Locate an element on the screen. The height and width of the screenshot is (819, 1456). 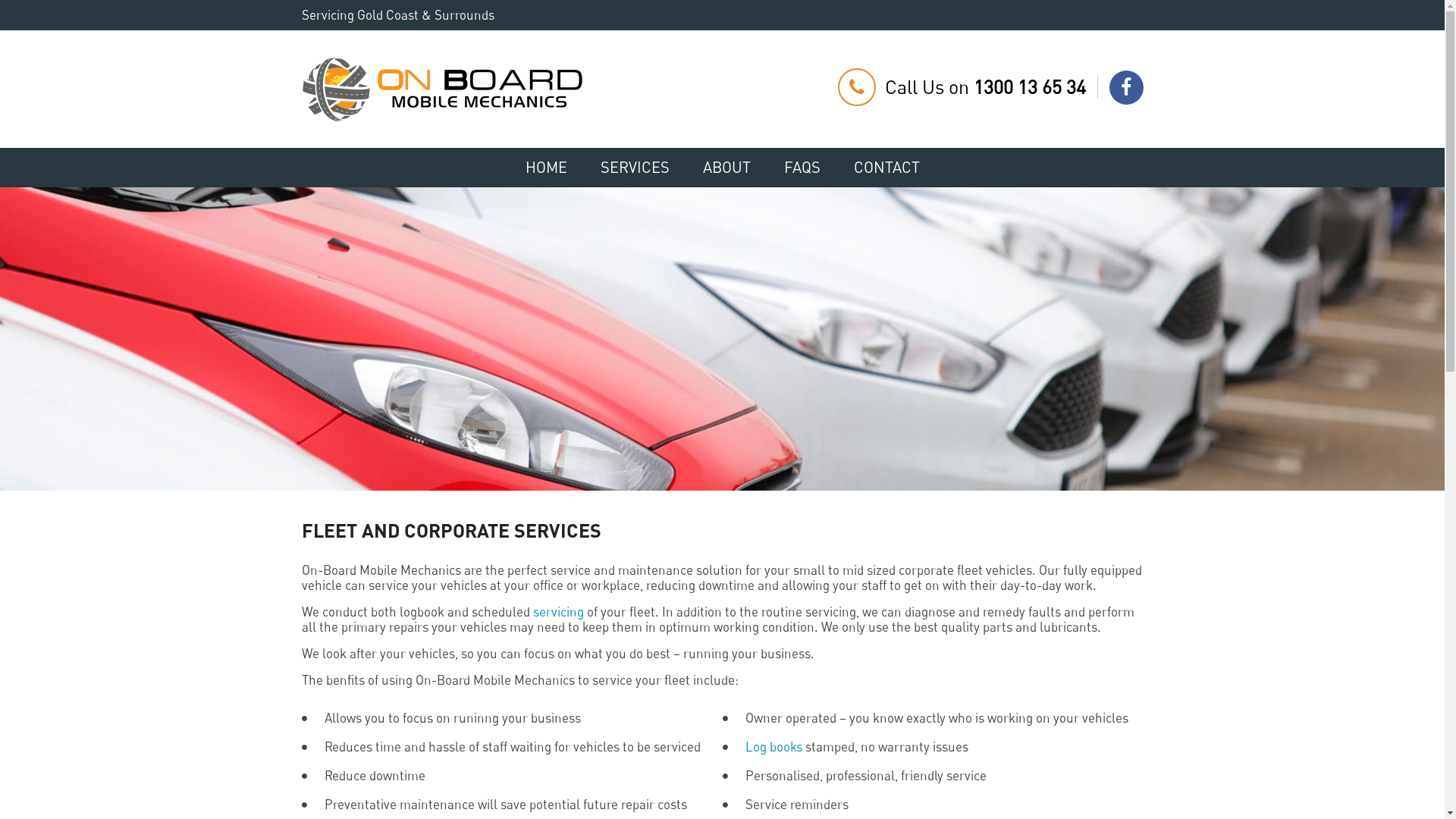
'HOME' is located at coordinates (510, 167).